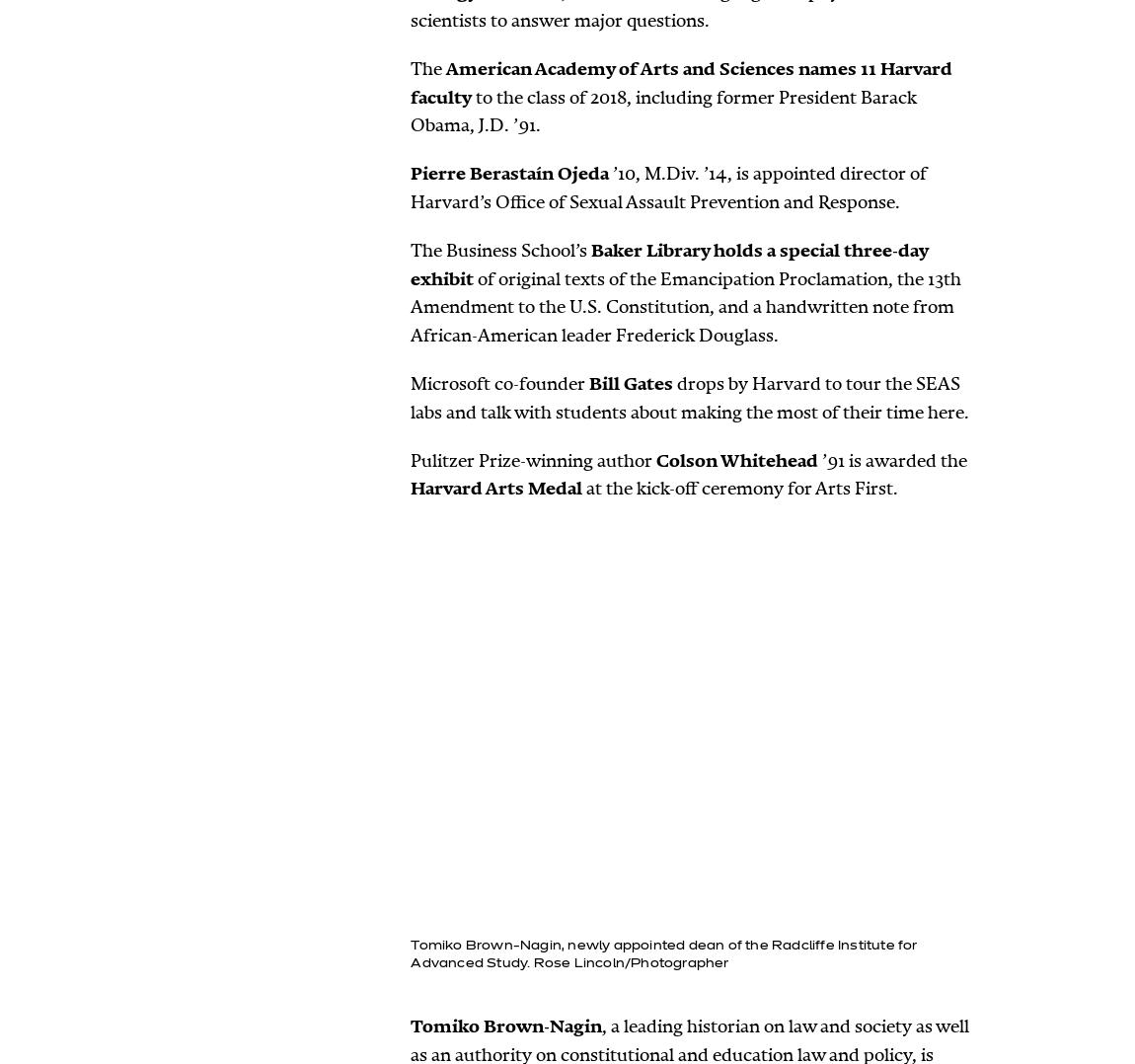  Describe the element at coordinates (499, 383) in the screenshot. I see `'Microsoft co-founder'` at that location.